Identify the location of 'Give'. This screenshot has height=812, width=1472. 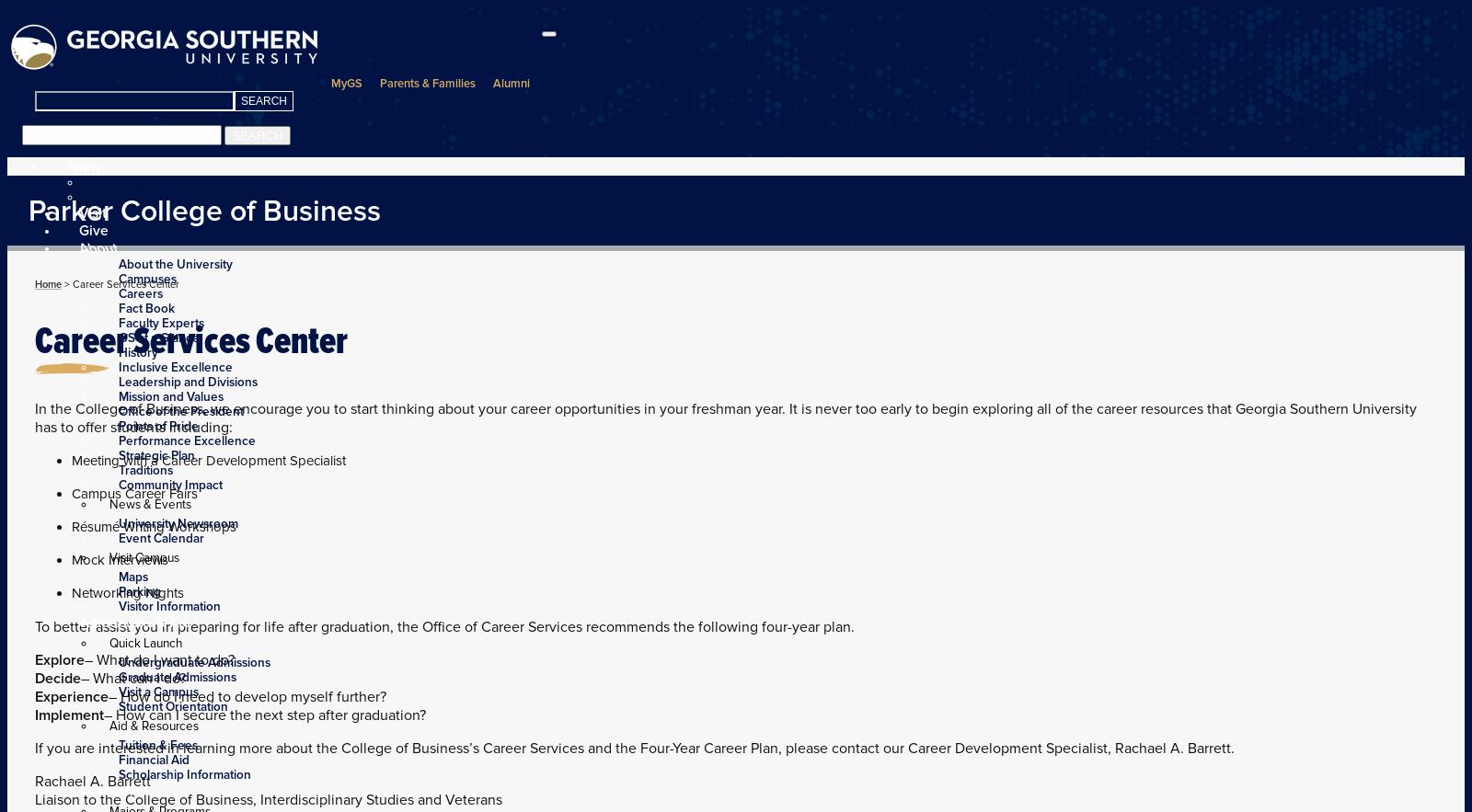
(93, 229).